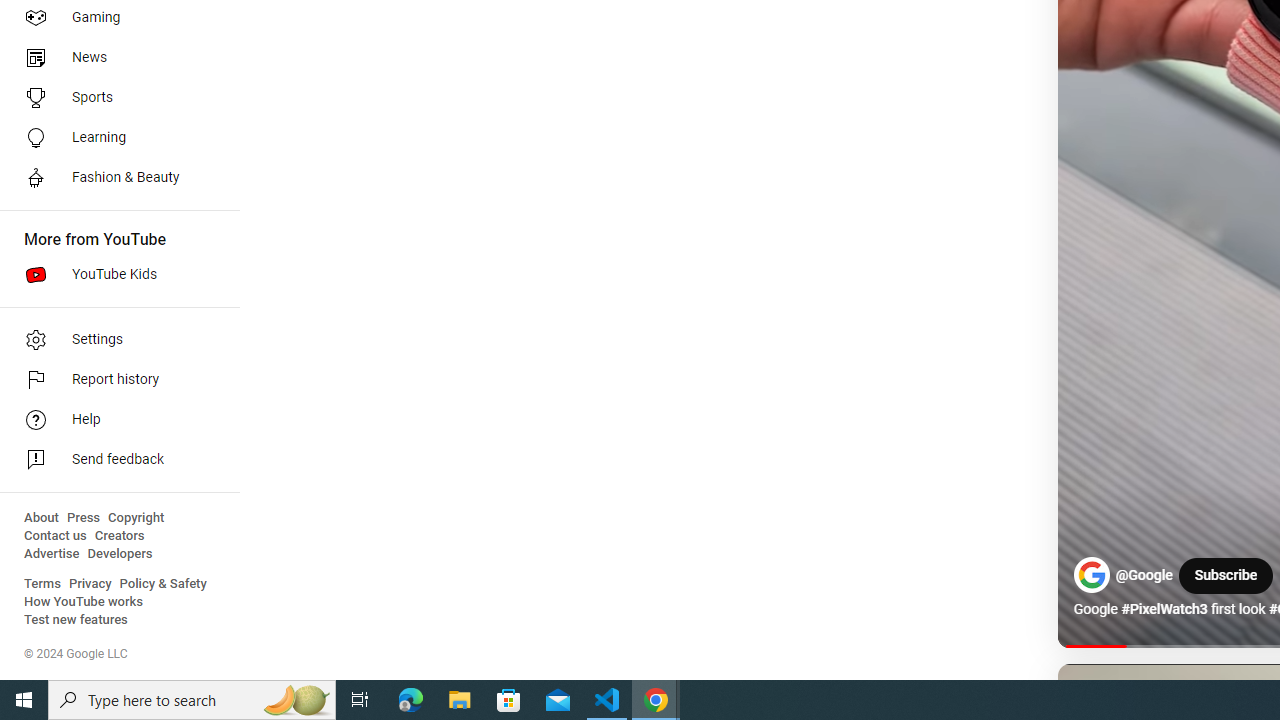  Describe the element at coordinates (163, 584) in the screenshot. I see `'Policy & Safety'` at that location.